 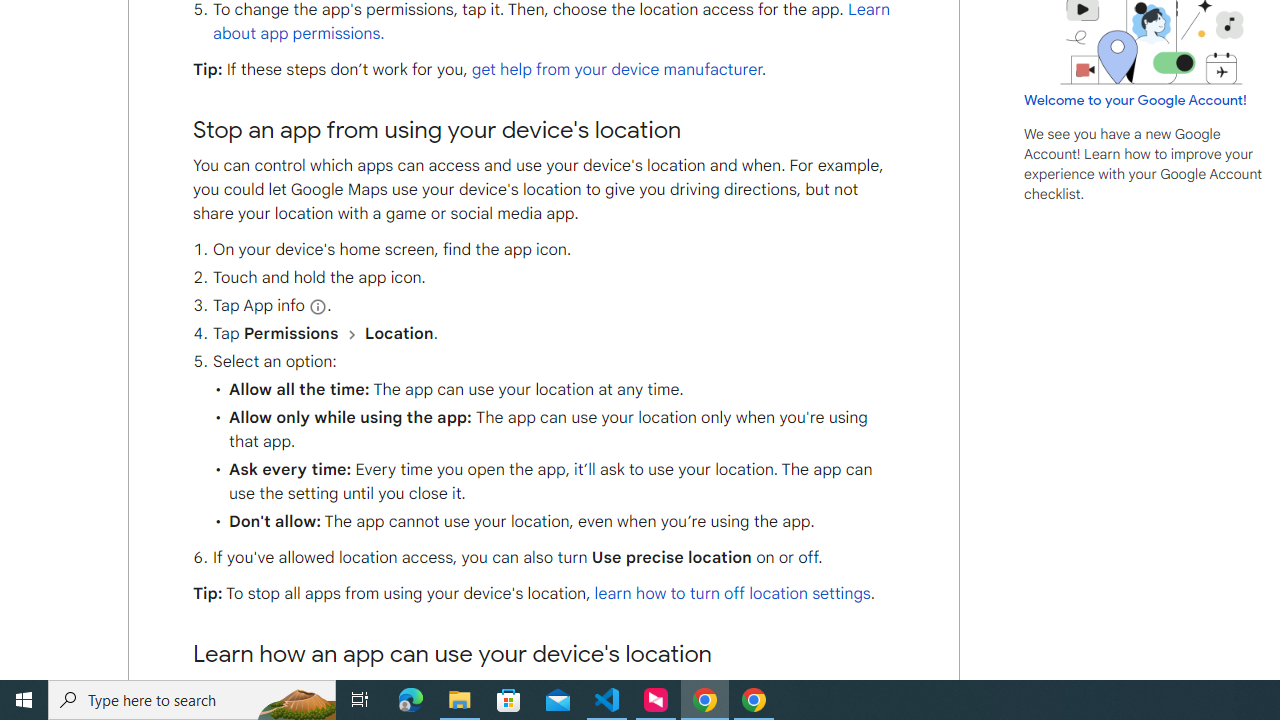 I want to click on 'get help from your device manufacturer', so click(x=615, y=68).